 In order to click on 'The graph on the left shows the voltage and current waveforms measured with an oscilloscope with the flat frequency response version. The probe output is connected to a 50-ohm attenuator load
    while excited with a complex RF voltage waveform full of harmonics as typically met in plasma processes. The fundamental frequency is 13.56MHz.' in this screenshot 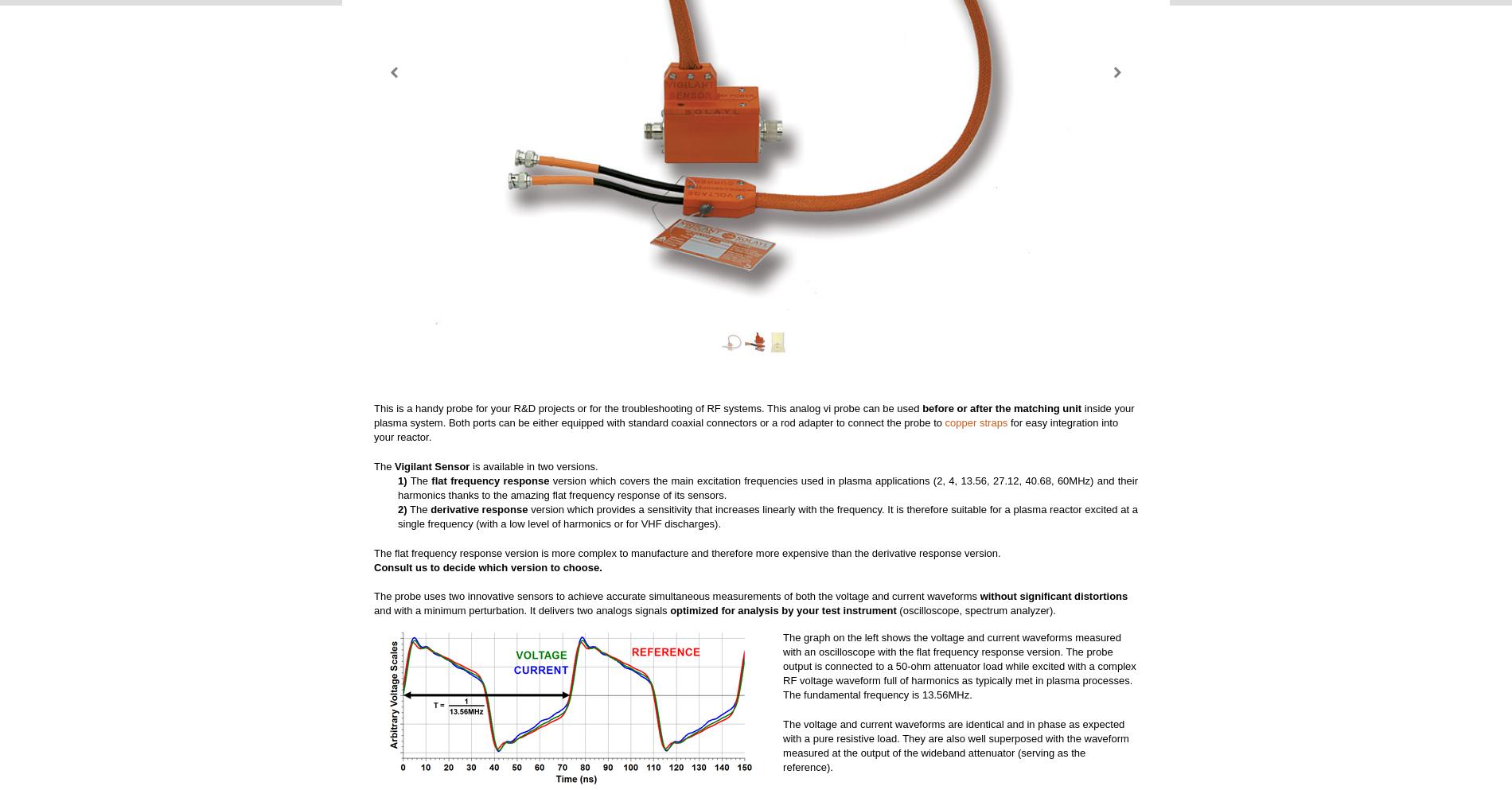, I will do `click(958, 665)`.